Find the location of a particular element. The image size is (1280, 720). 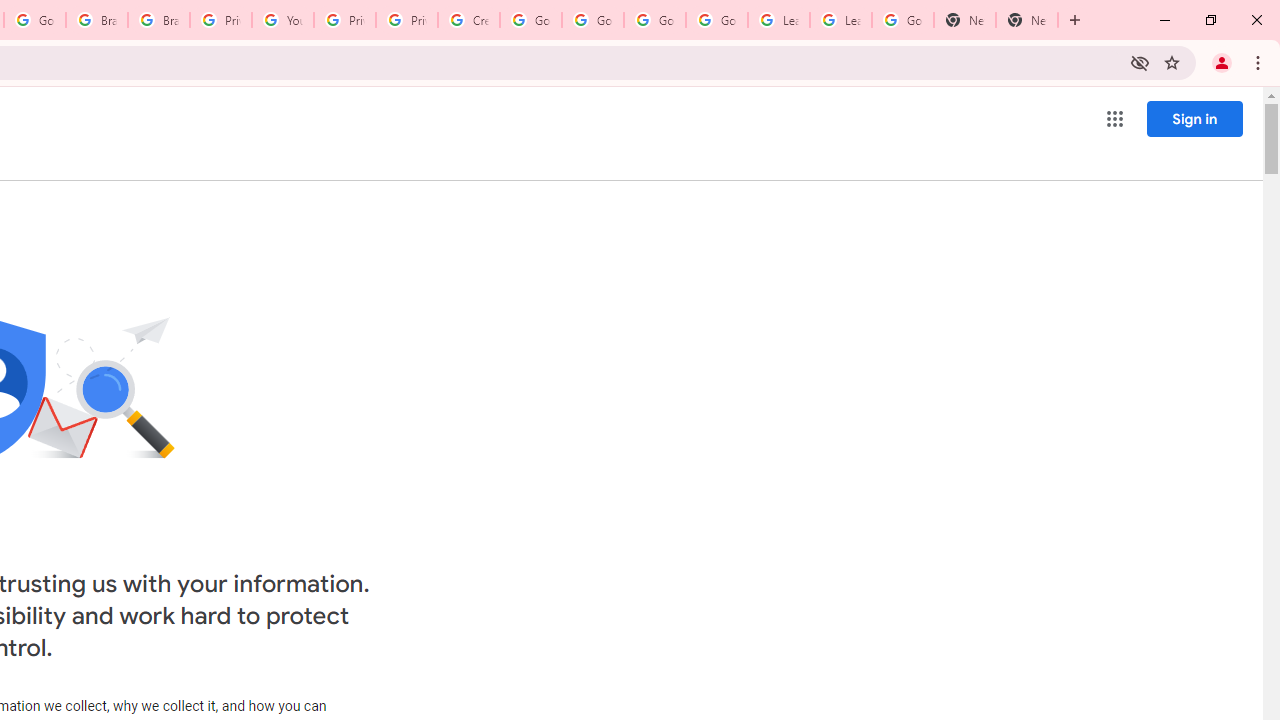

'Create your Google Account' is located at coordinates (468, 20).